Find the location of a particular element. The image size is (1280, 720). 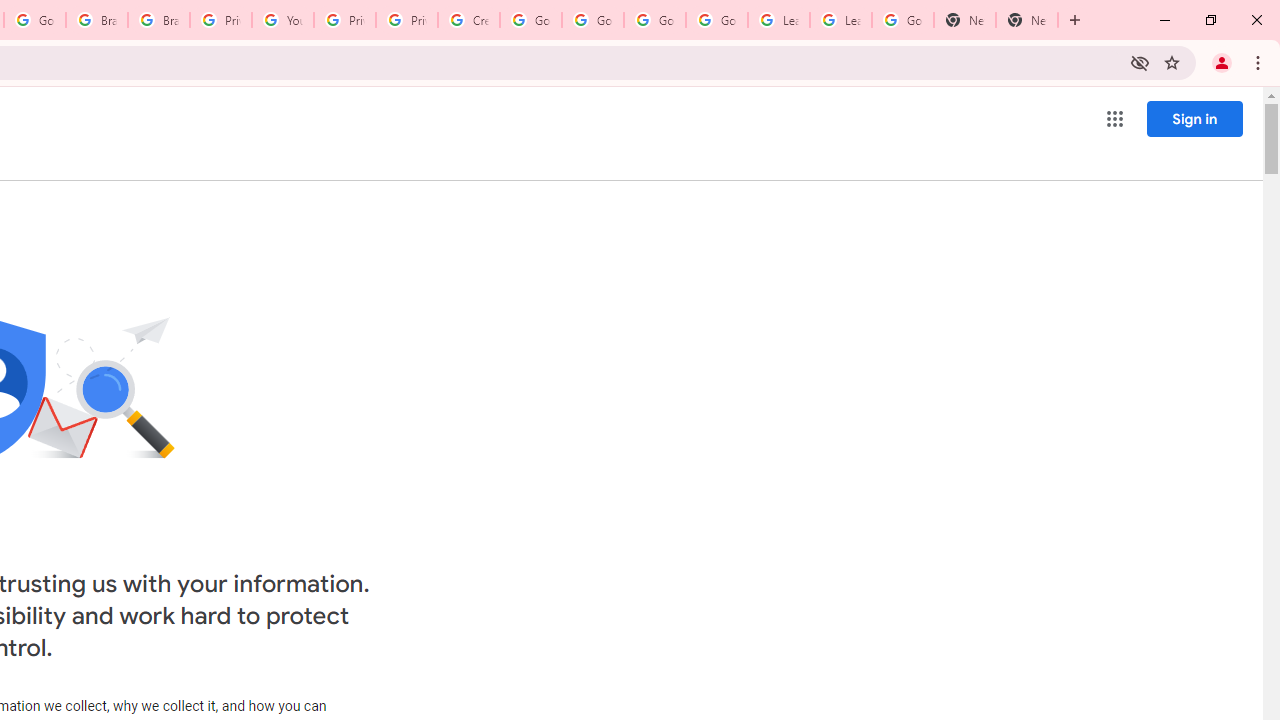

'Create your Google Account' is located at coordinates (468, 20).